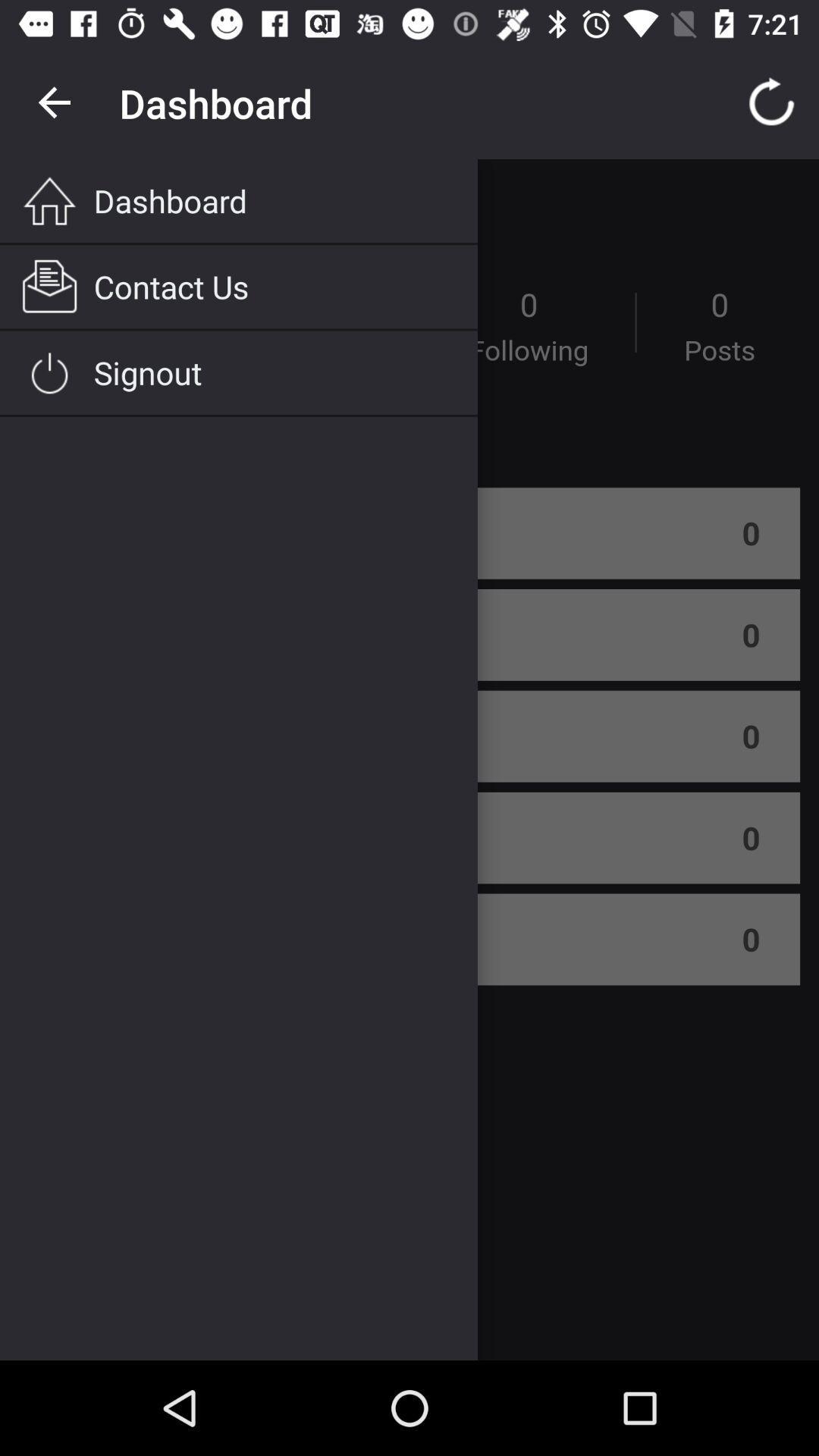  What do you see at coordinates (409, 760) in the screenshot?
I see `menu to access main areas` at bounding box center [409, 760].